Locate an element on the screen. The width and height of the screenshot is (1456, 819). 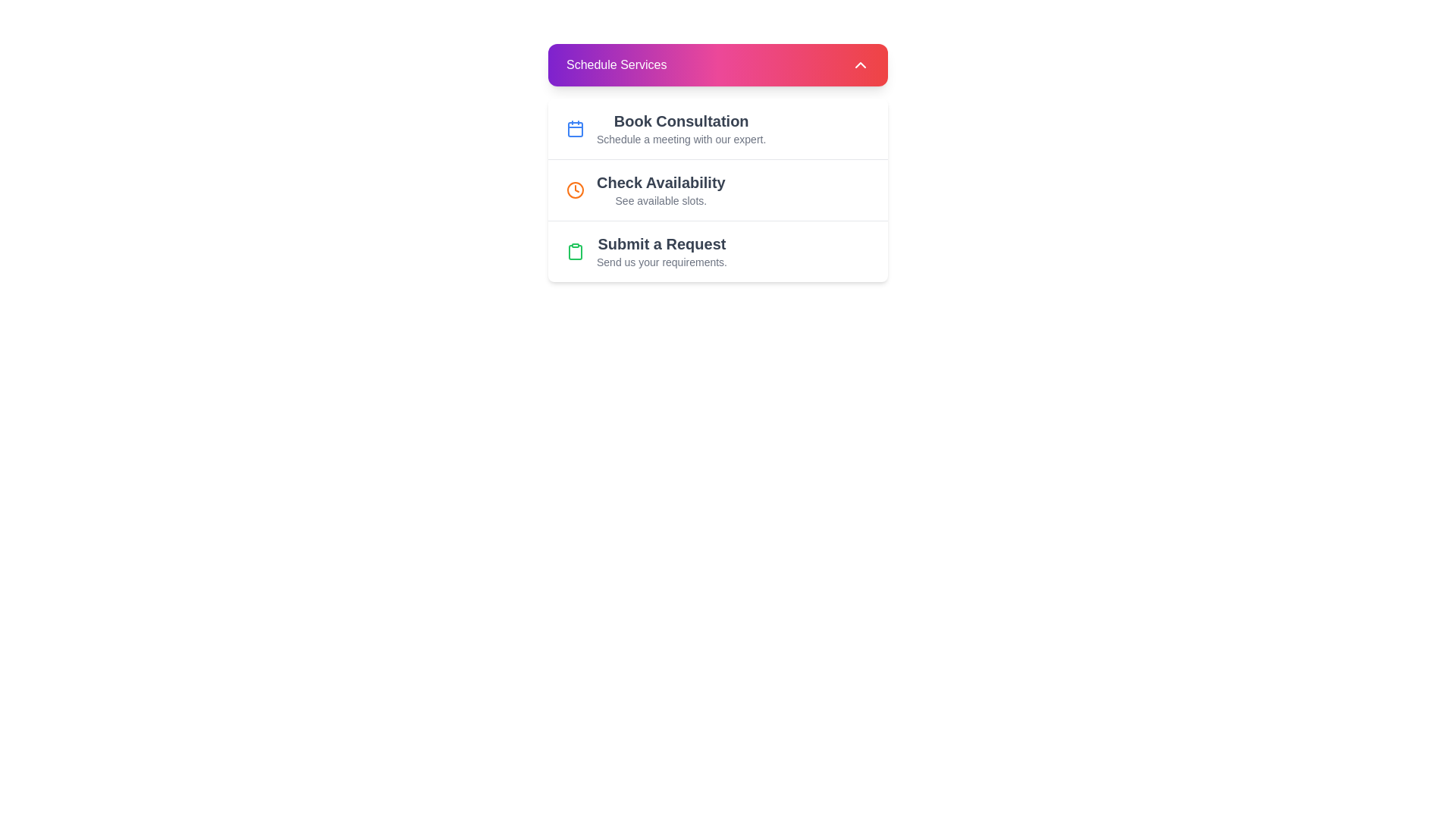
the 'Submit a Request' text label, which is styled in bold gray font on a white background, located within a card layout under the 'Schedule Services' section is located at coordinates (662, 243).